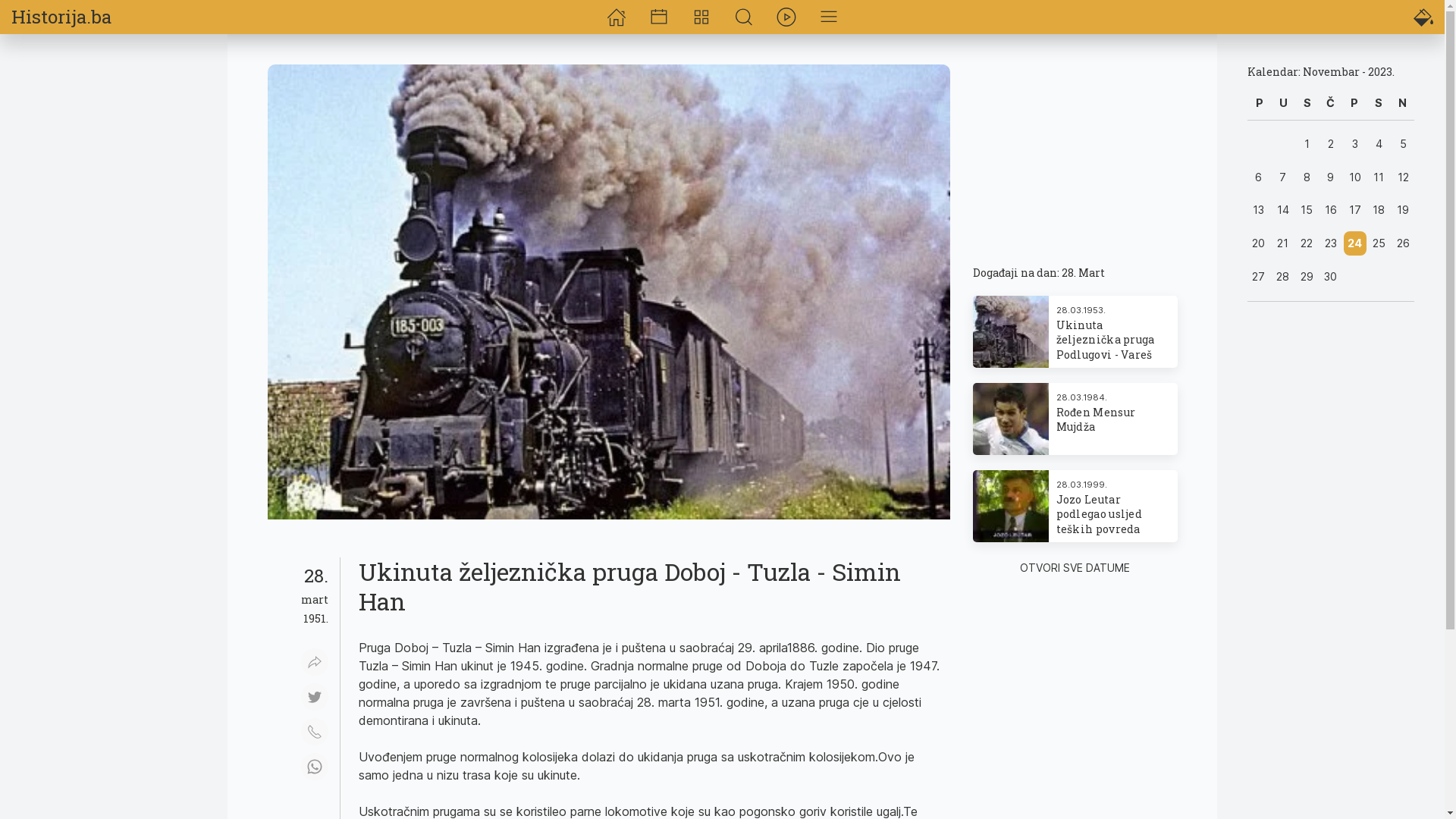  Describe the element at coordinates (1354, 242) in the screenshot. I see `'24'` at that location.